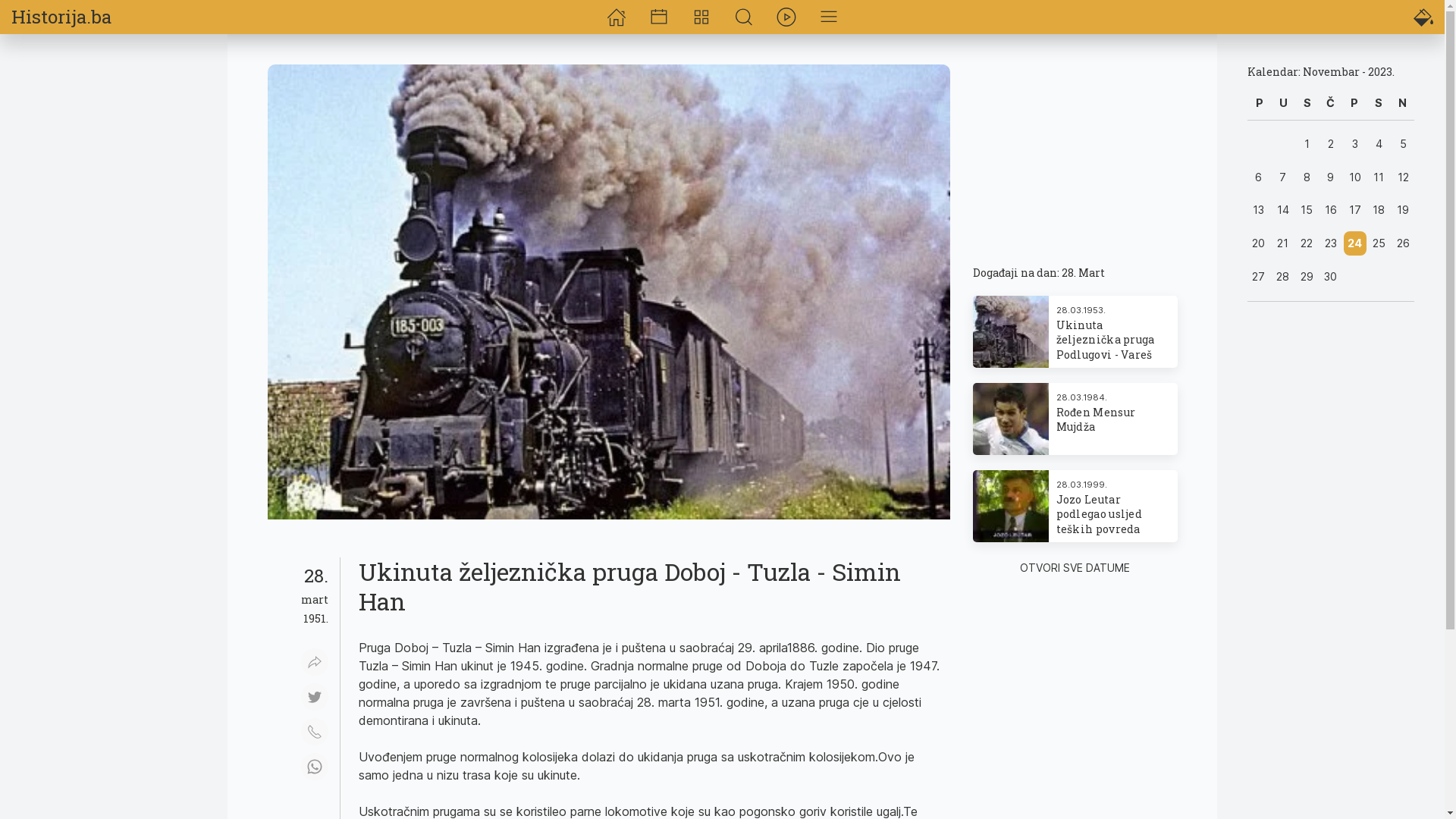  Describe the element at coordinates (1354, 242) in the screenshot. I see `'24'` at that location.